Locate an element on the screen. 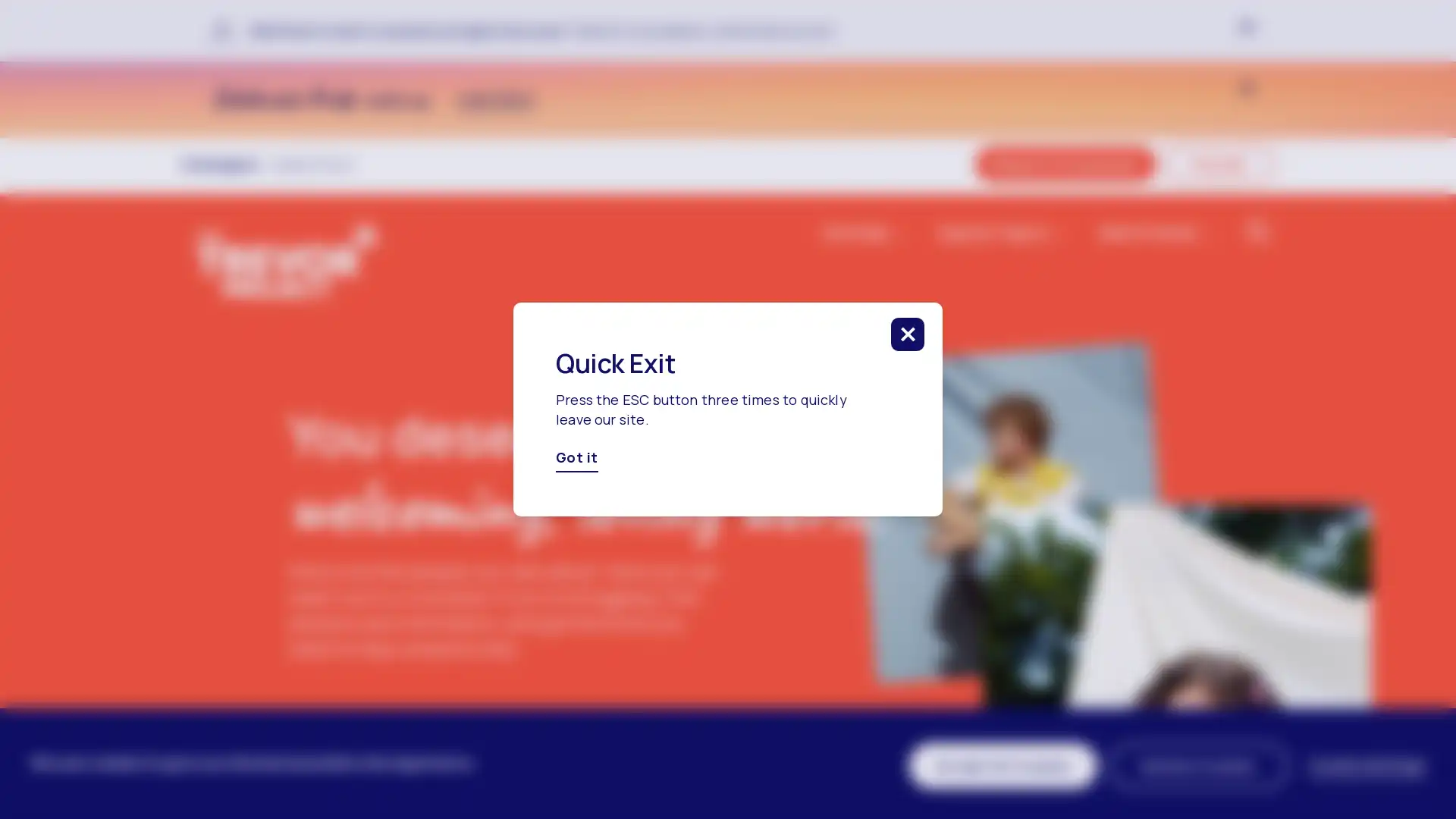  Decline Cookies is located at coordinates (1197, 766).